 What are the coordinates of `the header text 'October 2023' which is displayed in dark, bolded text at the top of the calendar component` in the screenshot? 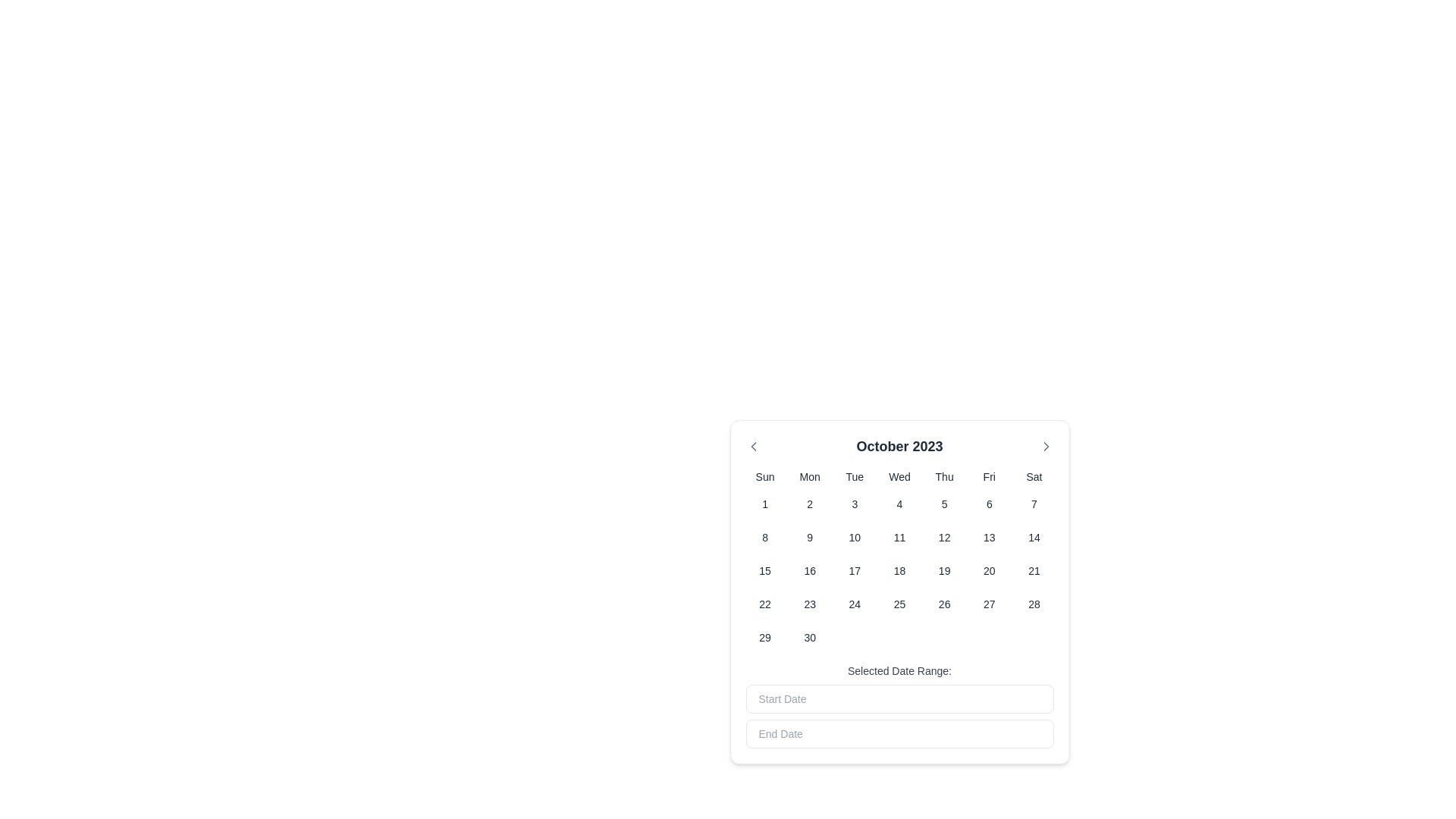 It's located at (899, 446).